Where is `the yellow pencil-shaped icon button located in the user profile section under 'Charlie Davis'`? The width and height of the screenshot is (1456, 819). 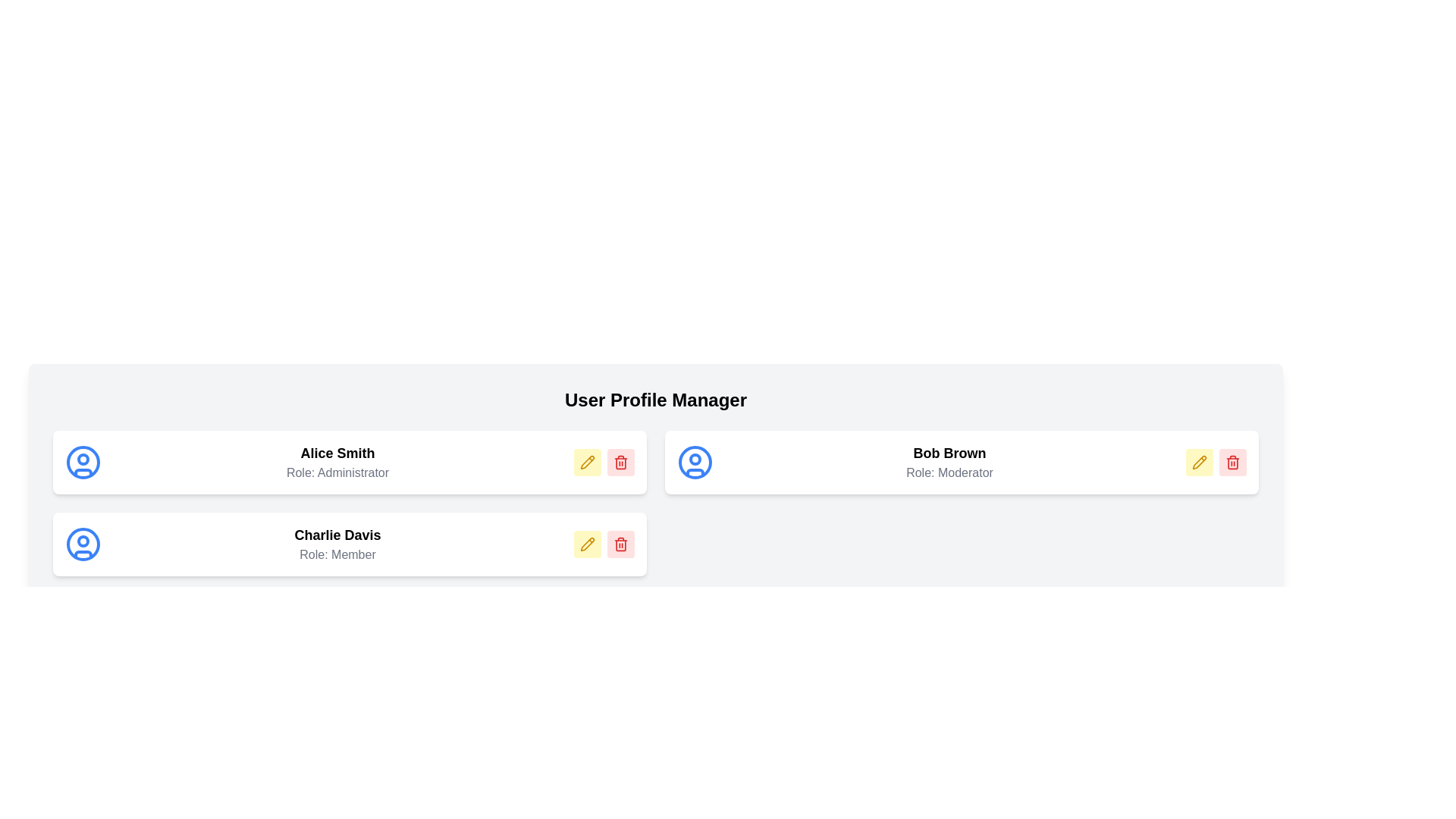 the yellow pencil-shaped icon button located in the user profile section under 'Charlie Davis' is located at coordinates (586, 543).